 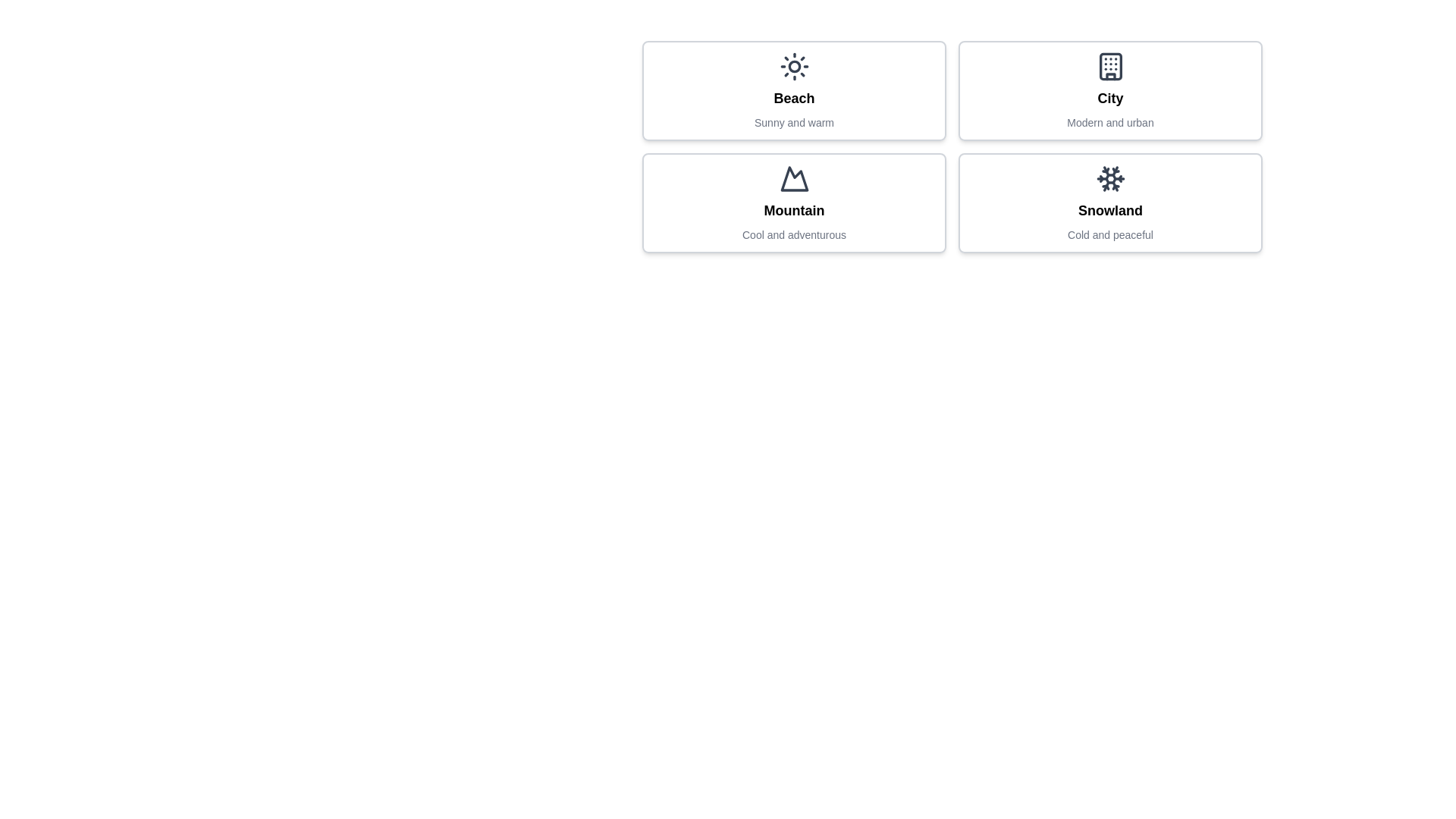 I want to click on the snowflake icon located at the top center of the 'Snowland' card, so click(x=1110, y=177).